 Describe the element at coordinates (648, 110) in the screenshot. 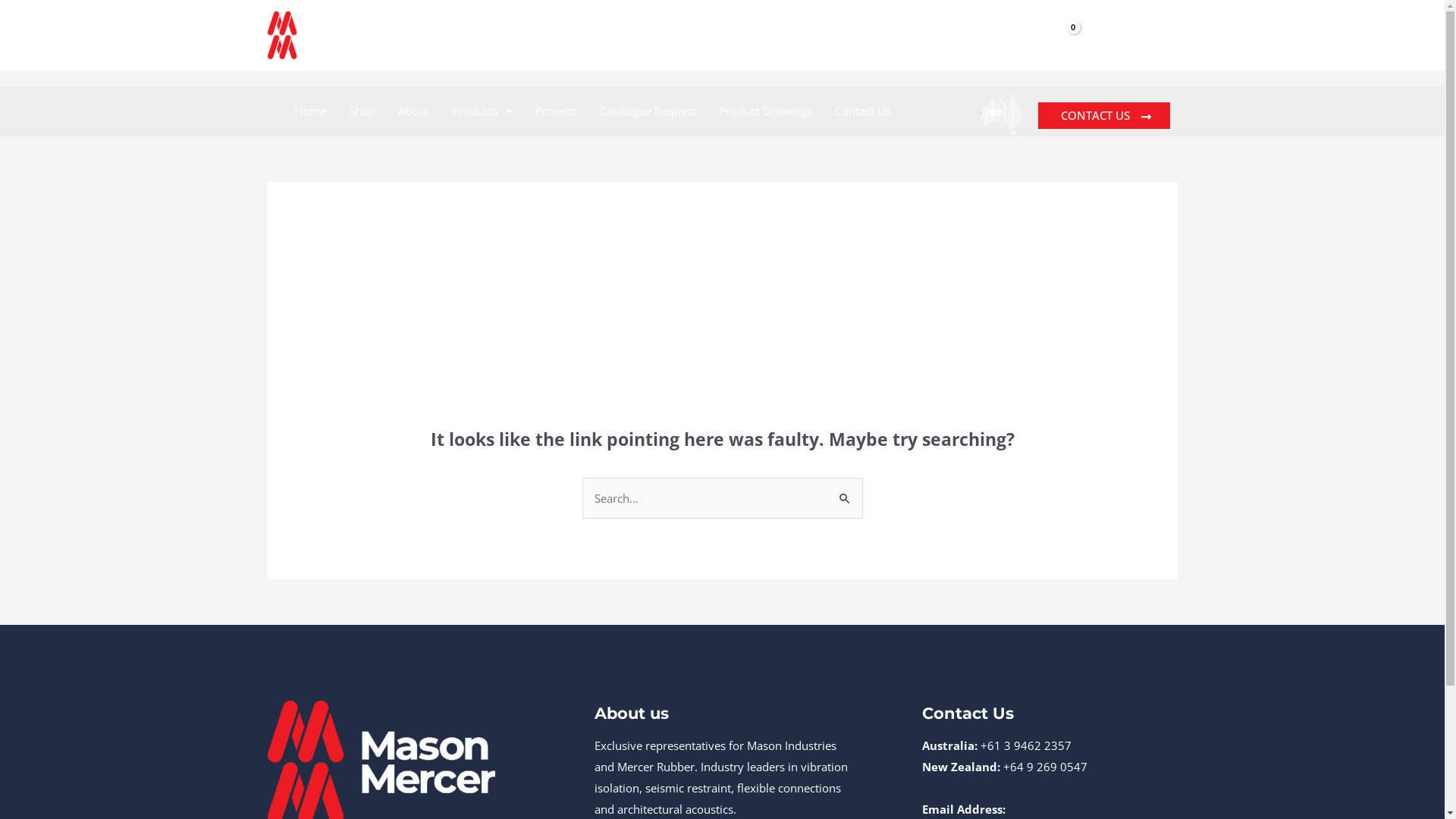

I see `'Catalogue Request'` at that location.